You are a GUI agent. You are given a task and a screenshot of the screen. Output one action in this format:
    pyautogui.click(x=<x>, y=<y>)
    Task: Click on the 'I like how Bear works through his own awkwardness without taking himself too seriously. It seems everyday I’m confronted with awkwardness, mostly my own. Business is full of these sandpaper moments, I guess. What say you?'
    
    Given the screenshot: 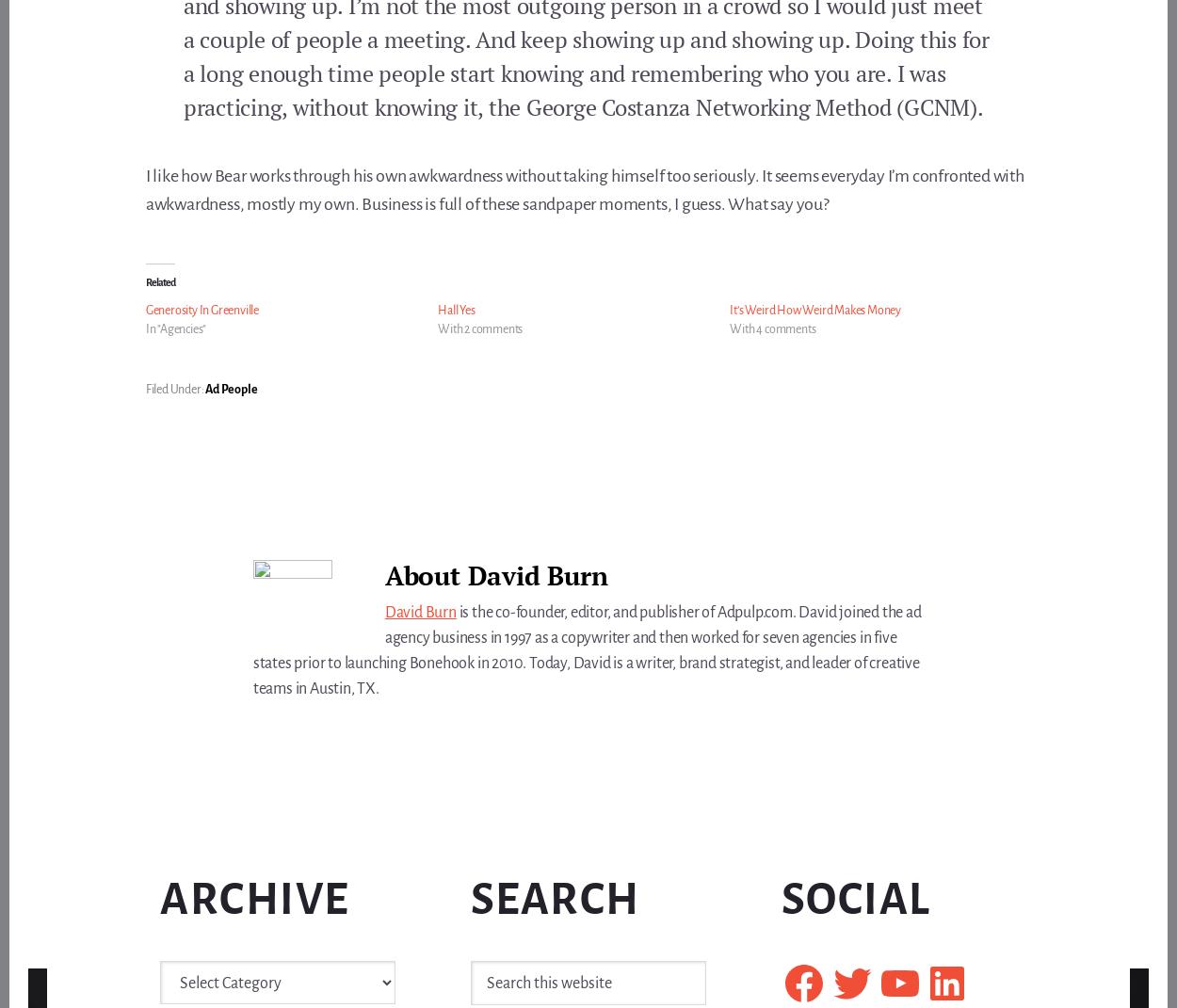 What is the action you would take?
    pyautogui.click(x=583, y=188)
    